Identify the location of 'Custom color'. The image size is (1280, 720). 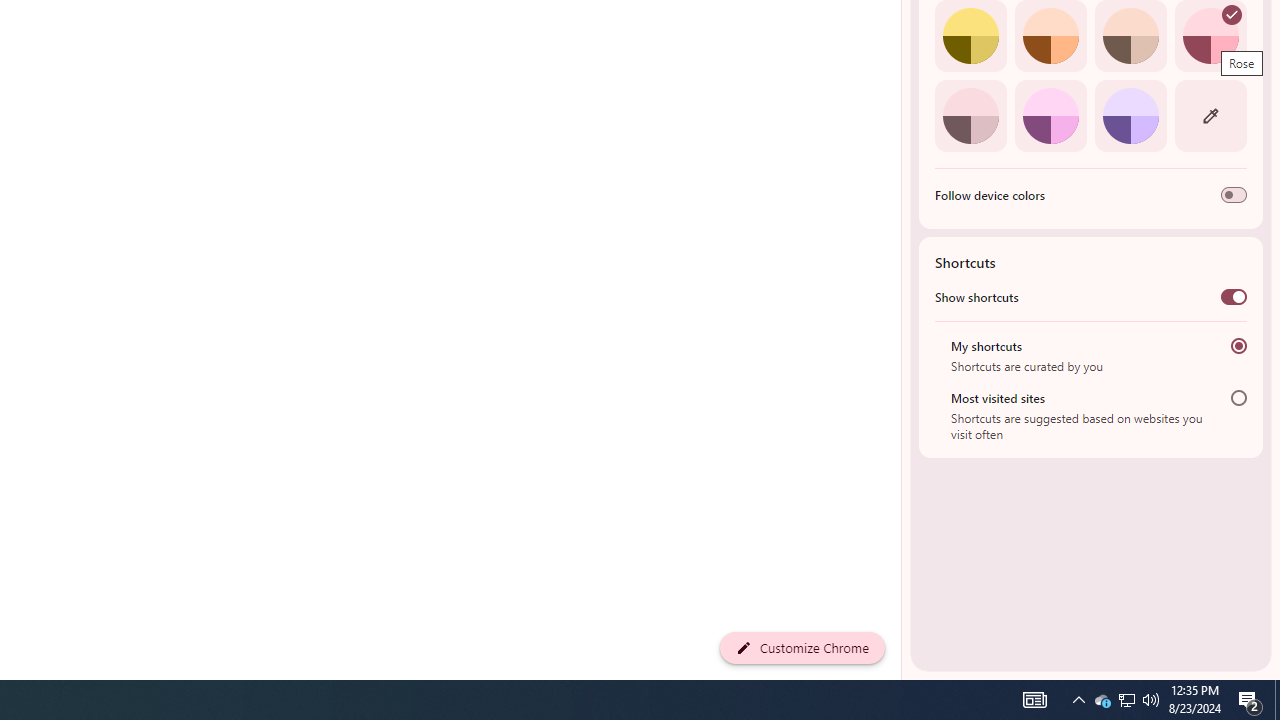
(1209, 115).